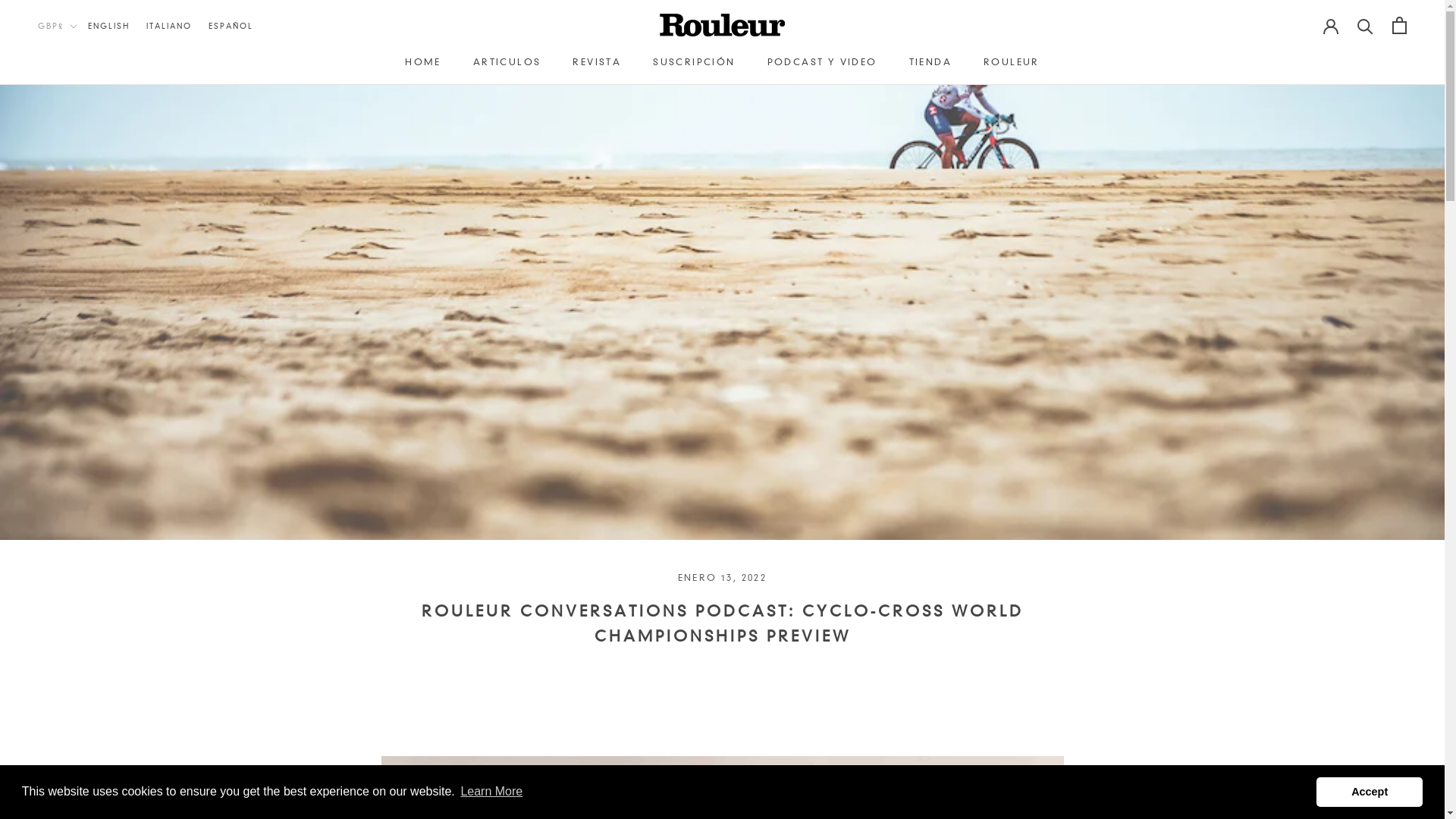 The width and height of the screenshot is (1456, 819). I want to click on 'ITALIANO', so click(175, 26).